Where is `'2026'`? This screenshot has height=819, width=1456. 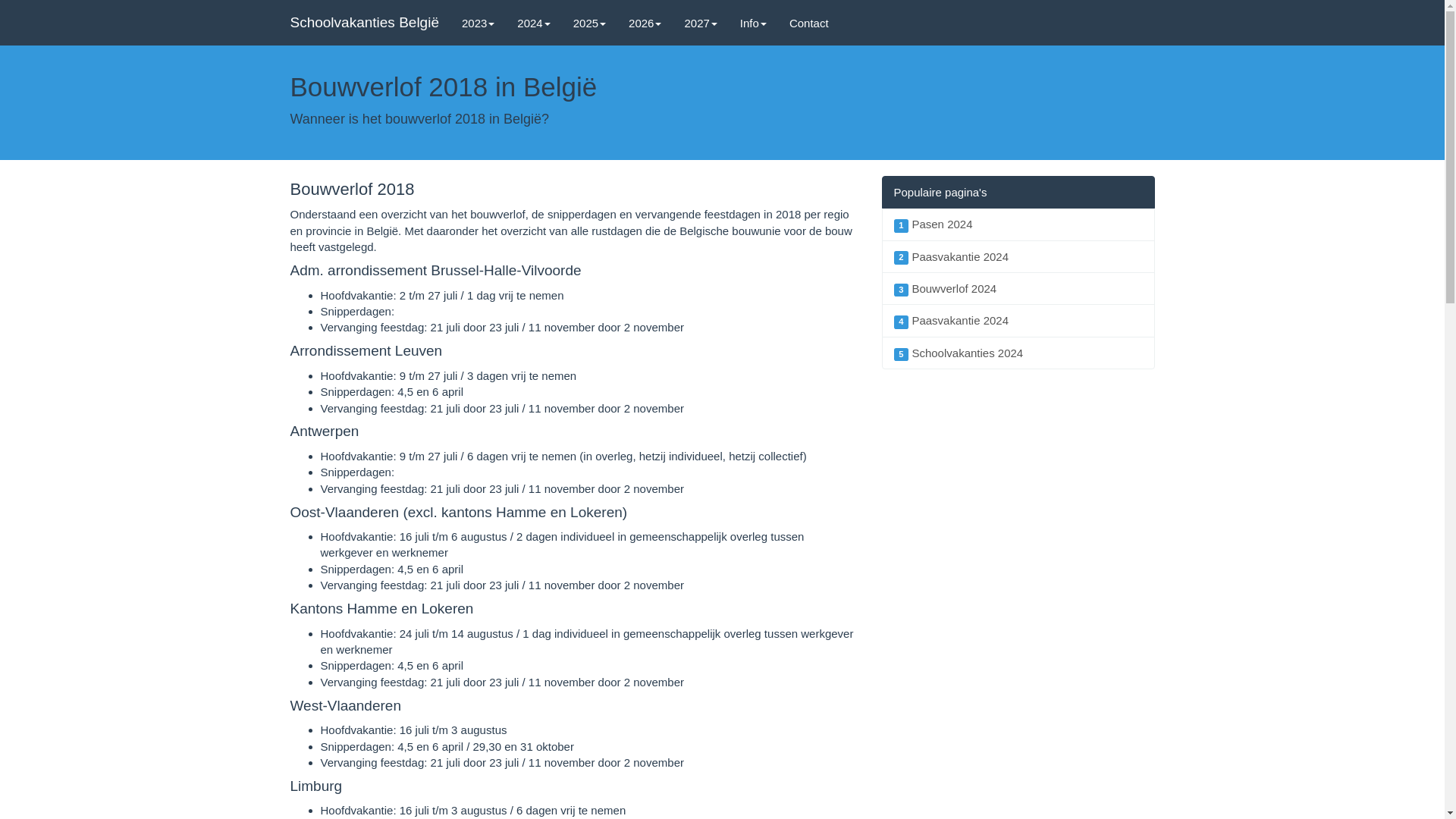 '2026' is located at coordinates (645, 23).